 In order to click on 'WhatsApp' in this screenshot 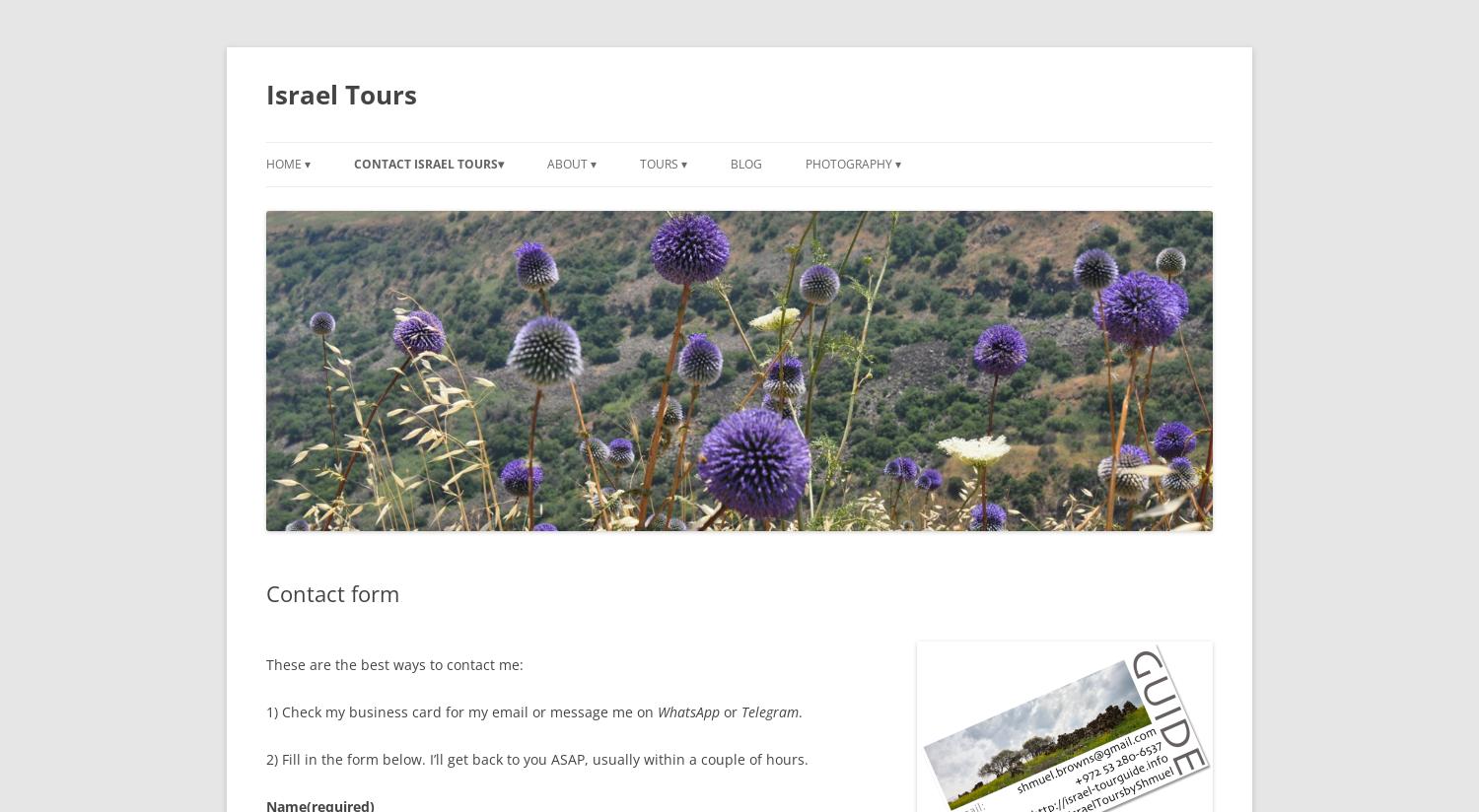, I will do `click(687, 711)`.